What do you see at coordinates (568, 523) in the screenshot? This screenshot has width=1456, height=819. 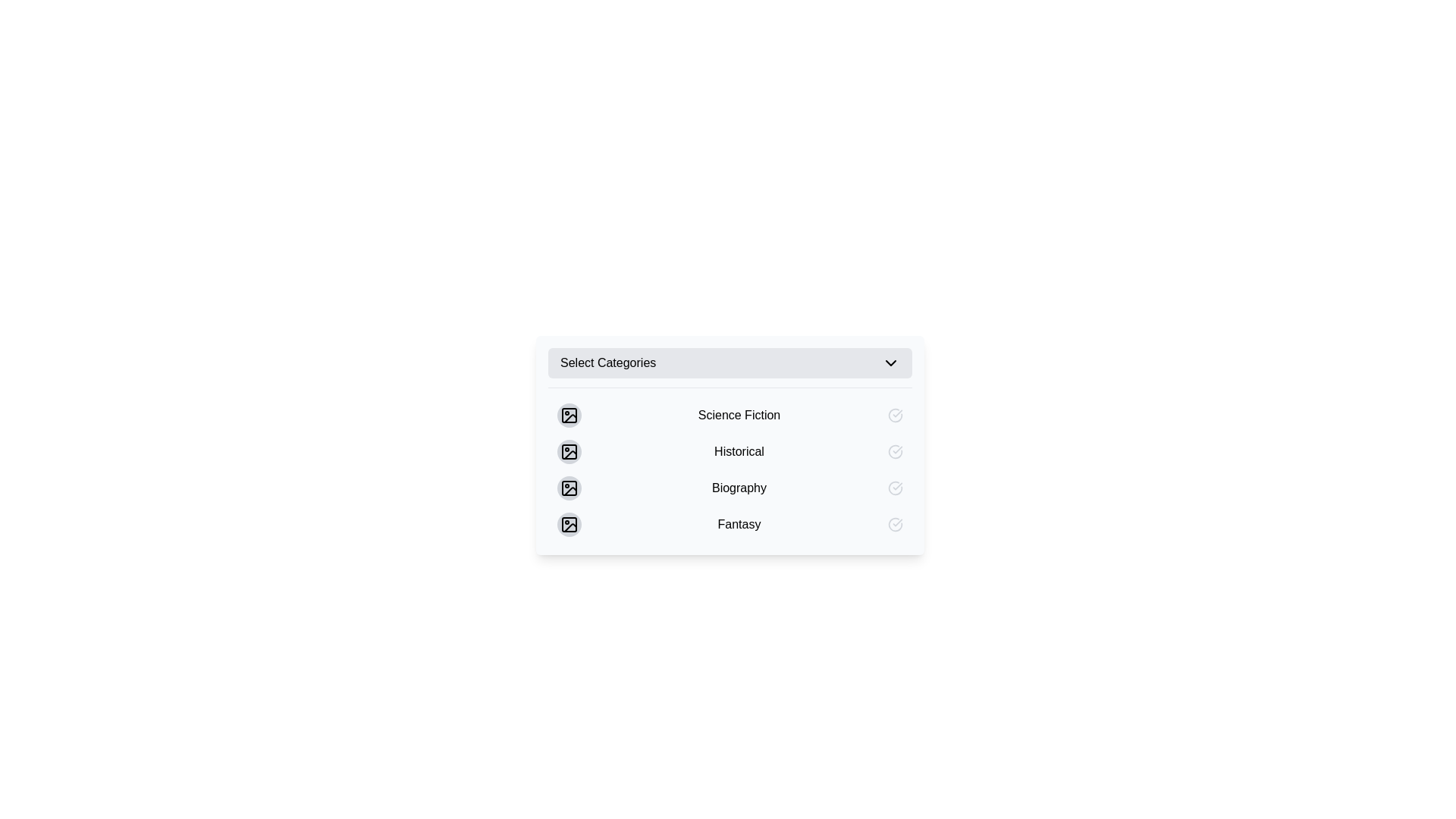 I see `the first Icon button representing the 'Fantasy' category to interact with it` at bounding box center [568, 523].